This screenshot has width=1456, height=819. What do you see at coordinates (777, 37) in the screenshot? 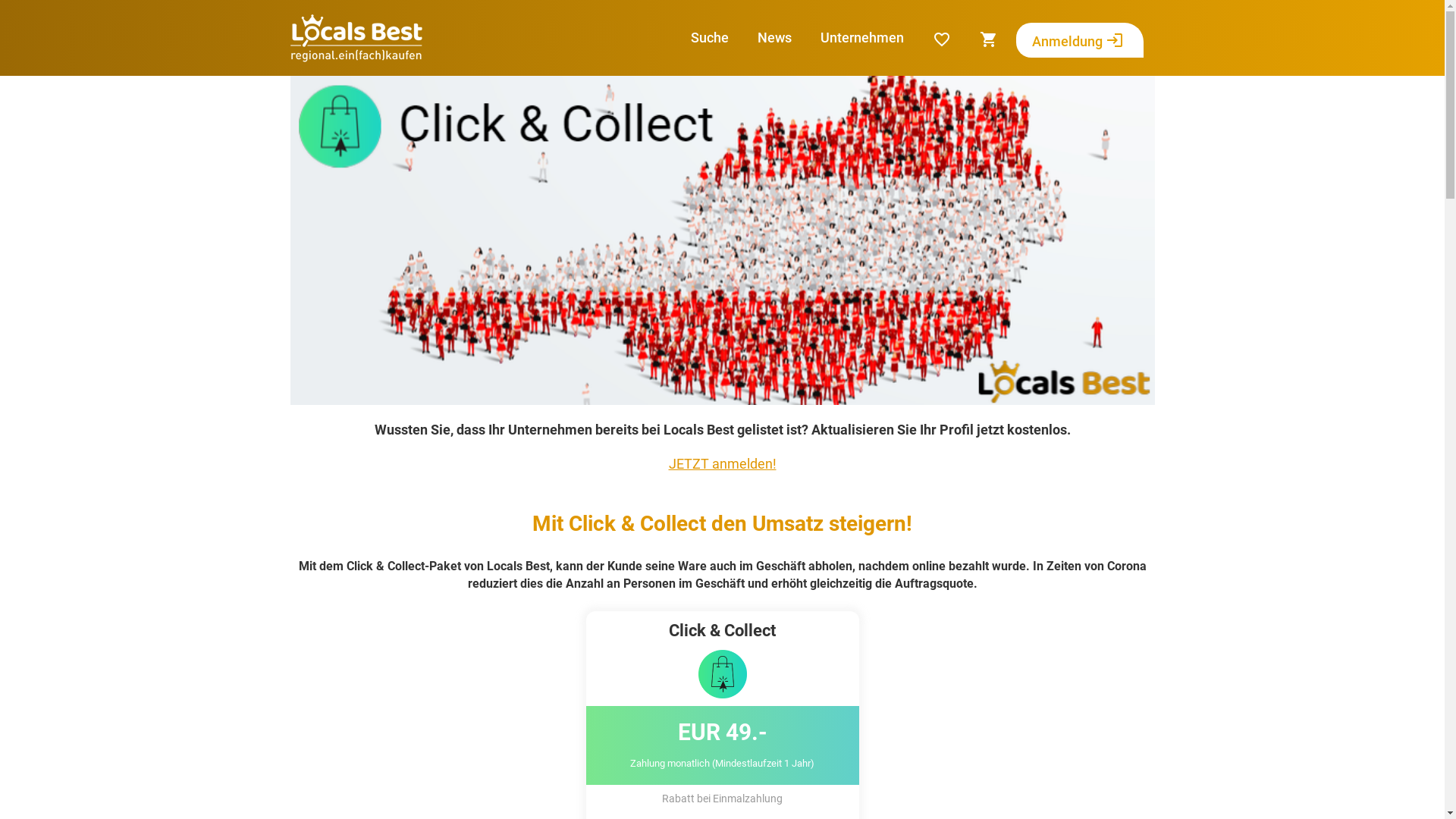
I see `'News'` at bounding box center [777, 37].